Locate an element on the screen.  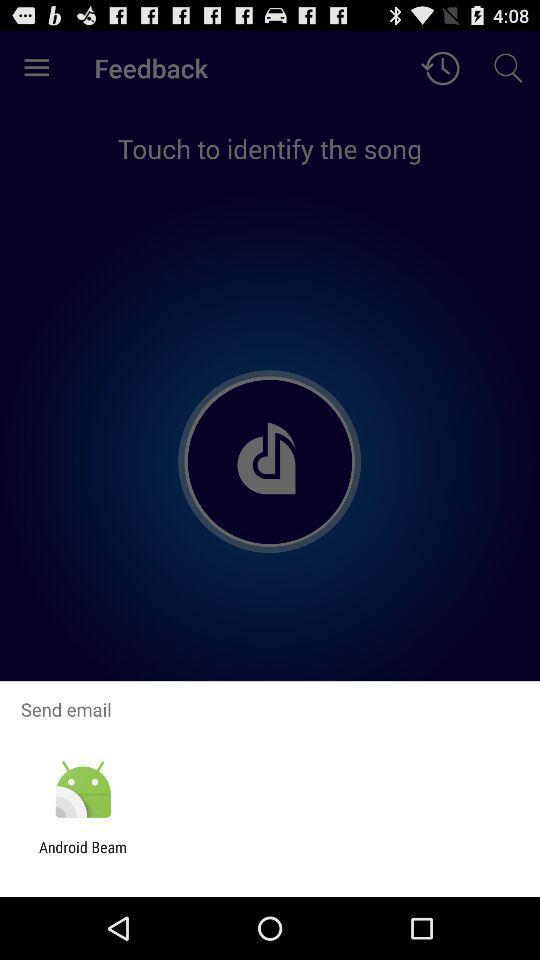
app above the android beam icon is located at coordinates (82, 790).